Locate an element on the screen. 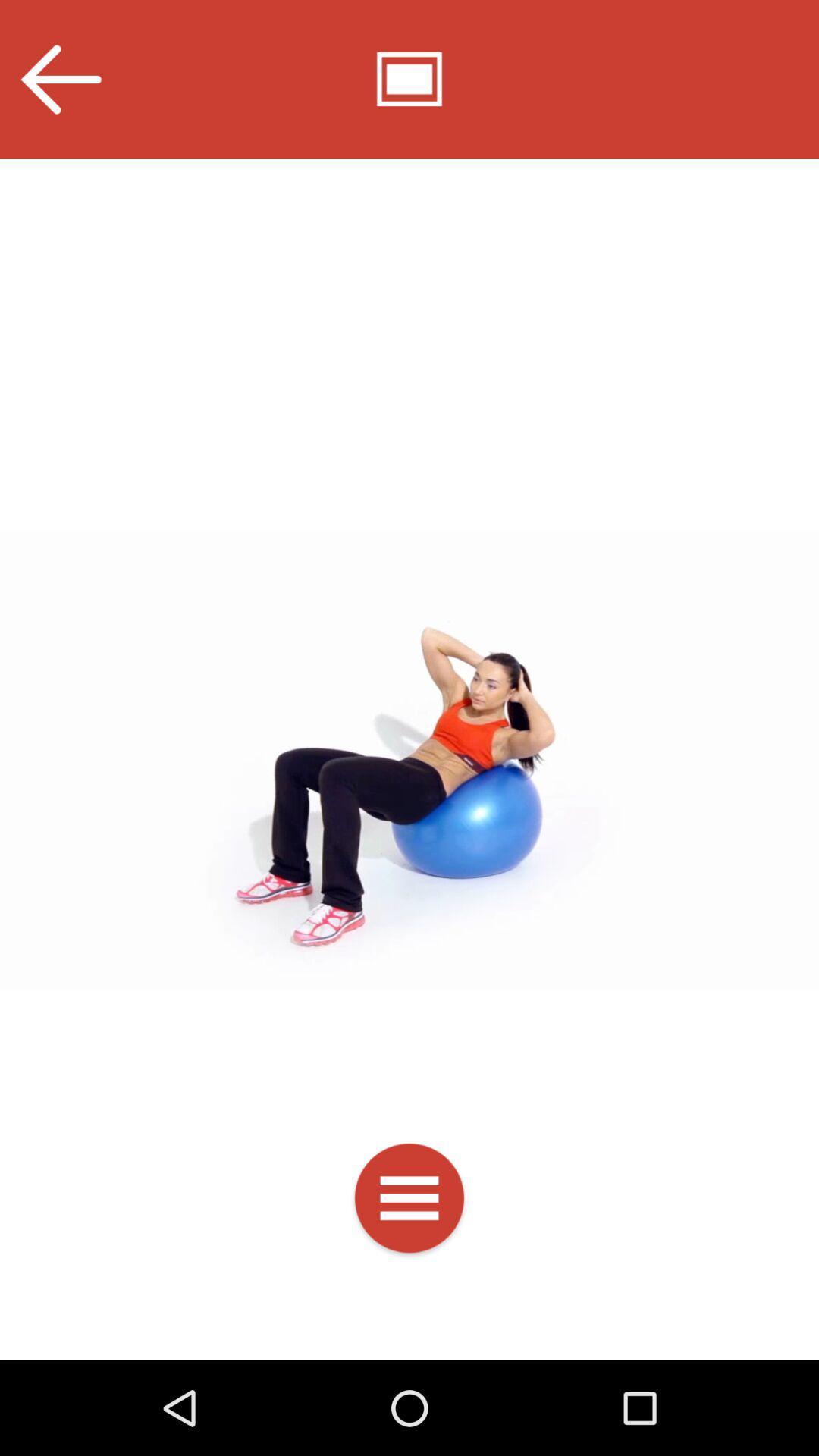 The height and width of the screenshot is (1456, 819). open menu is located at coordinates (409, 1200).